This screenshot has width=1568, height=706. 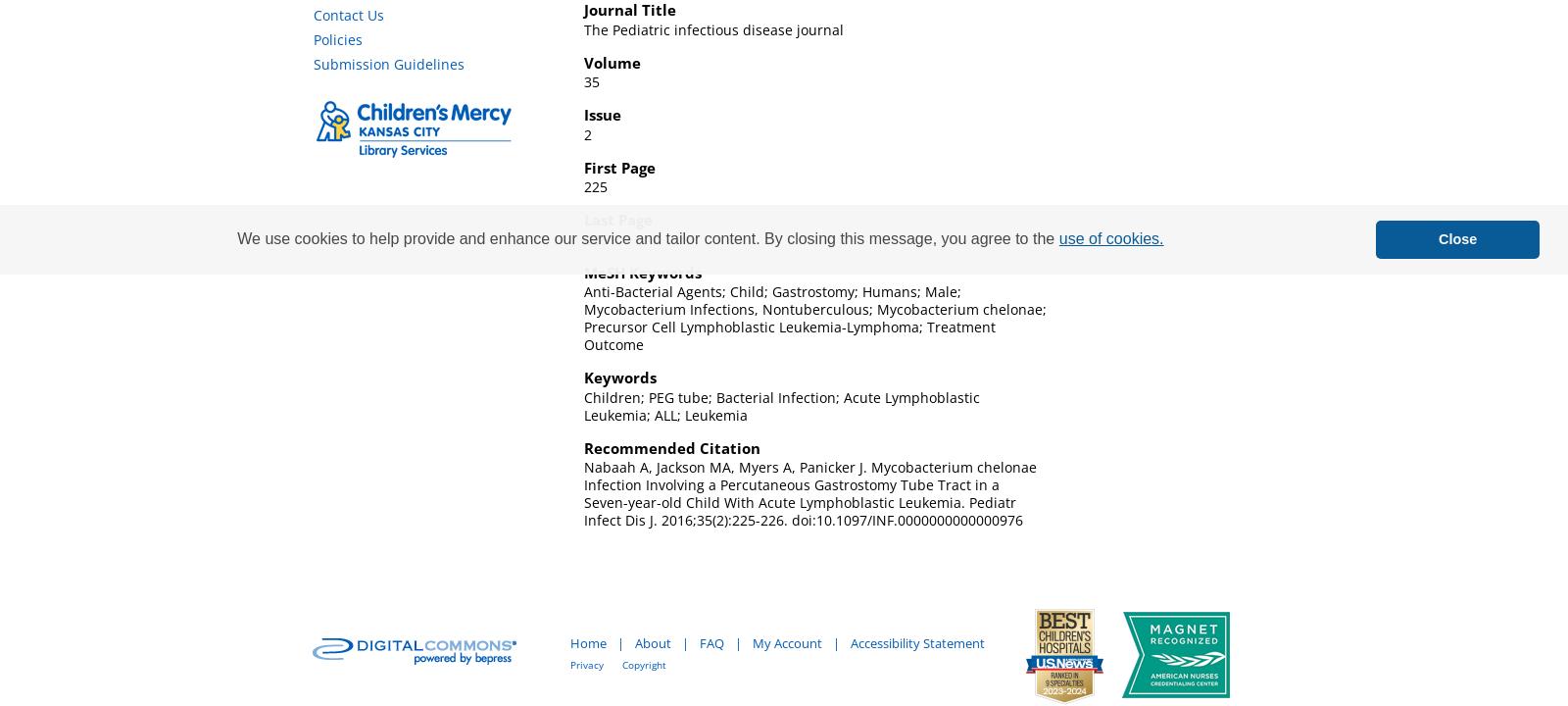 What do you see at coordinates (711, 642) in the screenshot?
I see `'FAQ'` at bounding box center [711, 642].